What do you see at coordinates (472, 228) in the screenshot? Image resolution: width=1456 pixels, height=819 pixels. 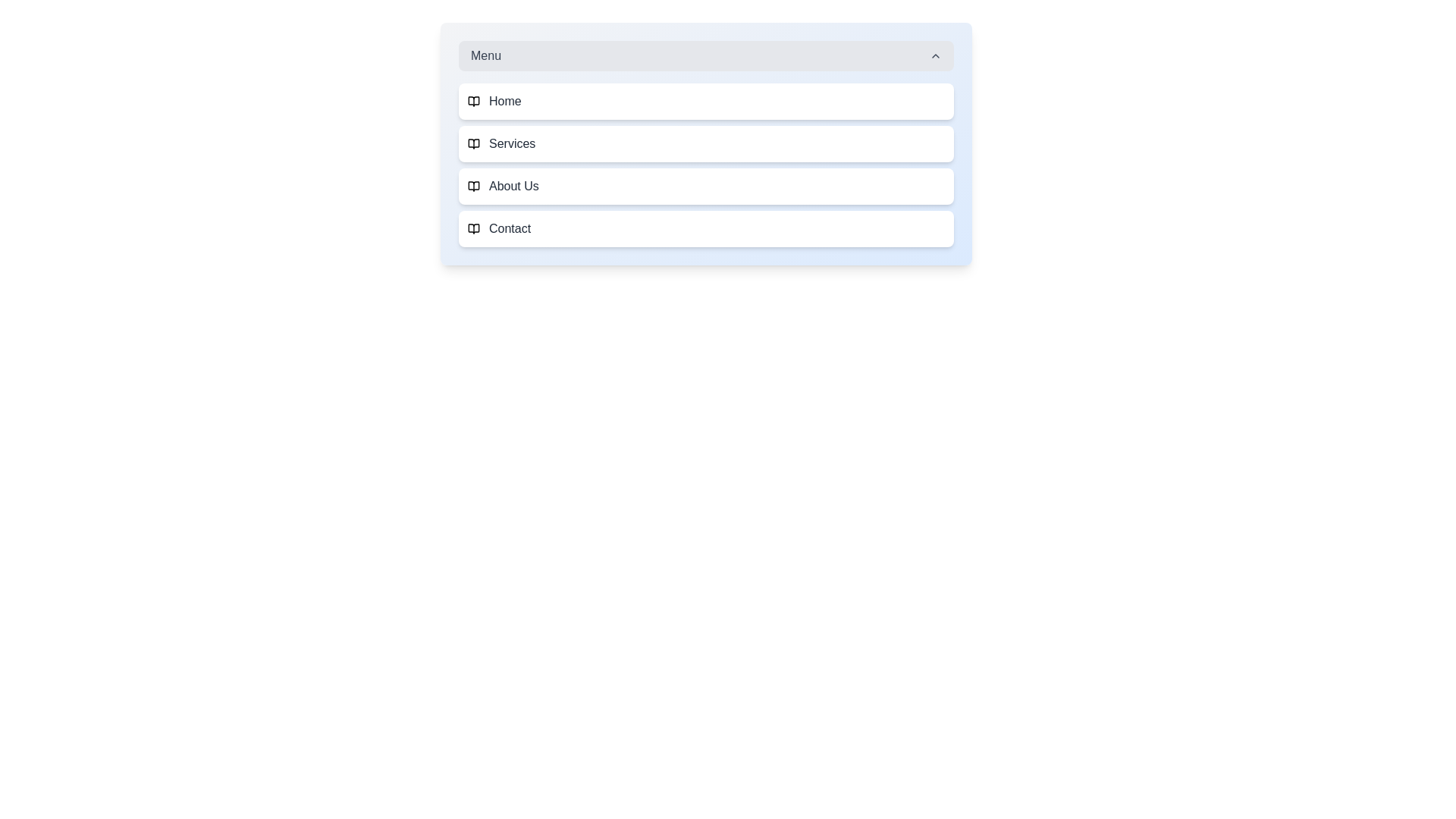 I see `the open book icon located within the 'Contact' menu item, which is positioned to the left of the text label 'Contact.'` at bounding box center [472, 228].